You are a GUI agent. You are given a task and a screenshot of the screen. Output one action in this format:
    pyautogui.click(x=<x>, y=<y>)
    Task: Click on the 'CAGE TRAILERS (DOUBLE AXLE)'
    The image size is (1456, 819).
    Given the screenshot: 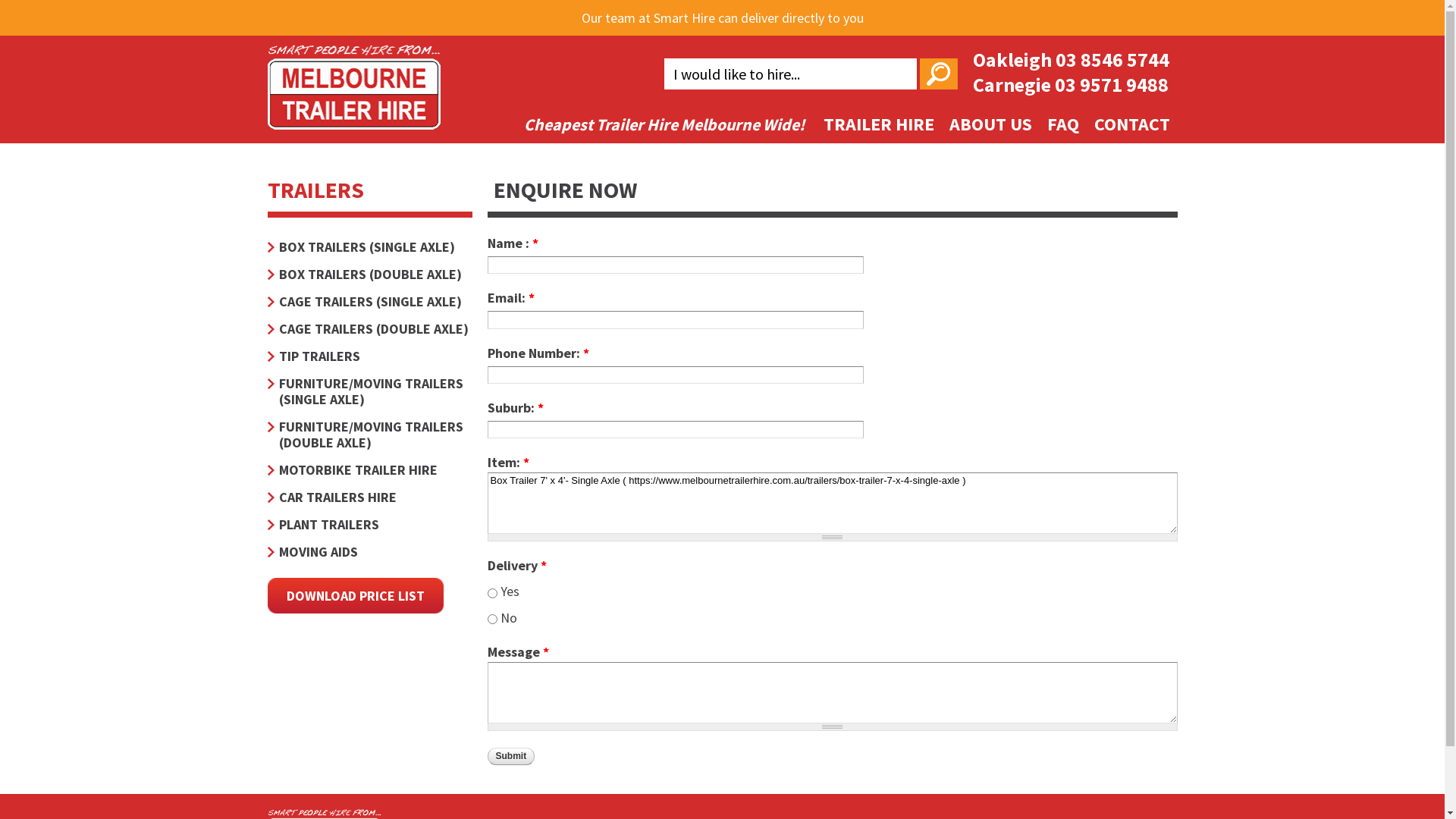 What is the action you would take?
    pyautogui.click(x=369, y=328)
    